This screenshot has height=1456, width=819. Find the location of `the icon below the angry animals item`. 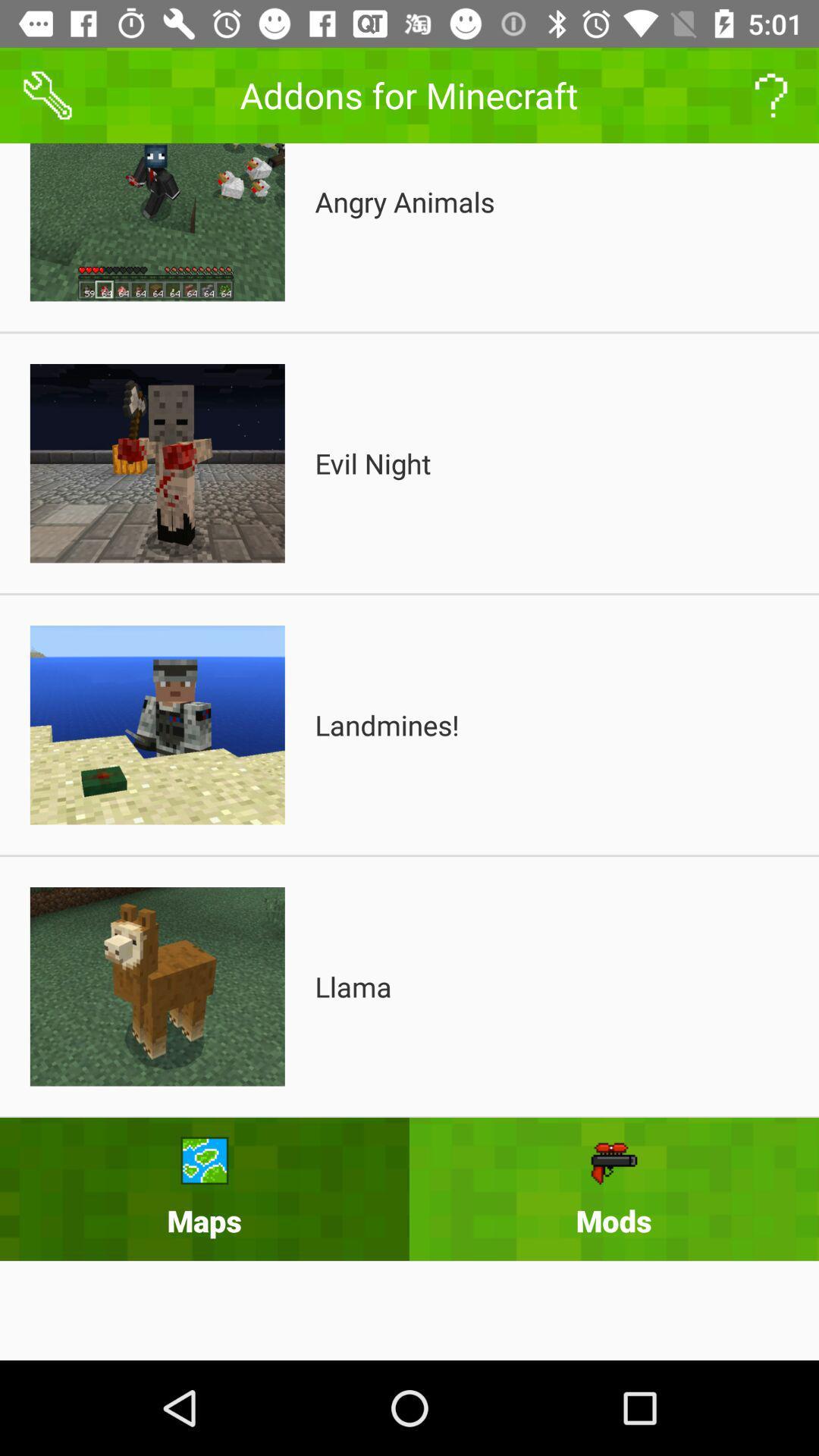

the icon below the angry animals item is located at coordinates (373, 463).